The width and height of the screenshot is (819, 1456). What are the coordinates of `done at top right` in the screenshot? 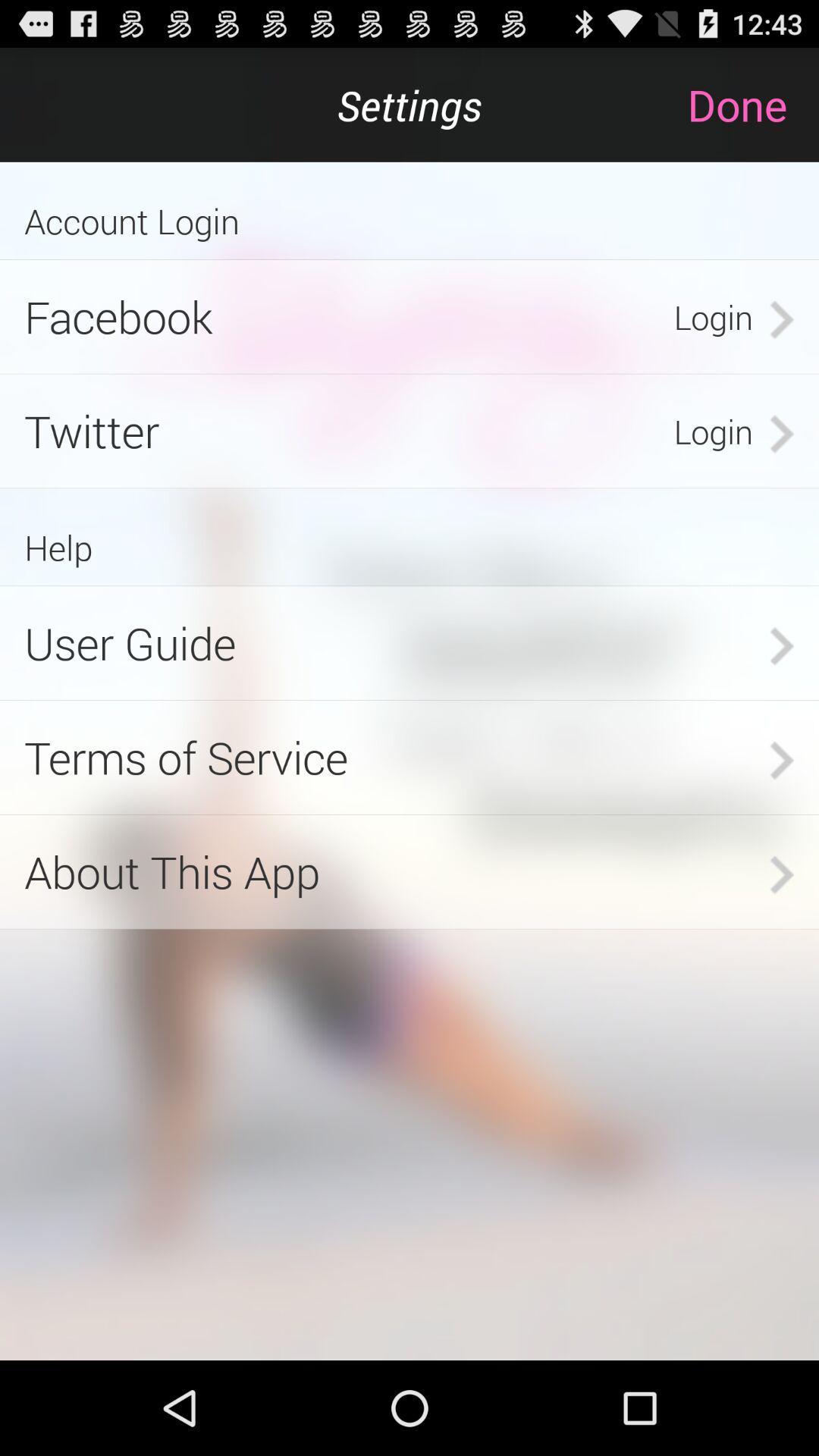 It's located at (752, 104).